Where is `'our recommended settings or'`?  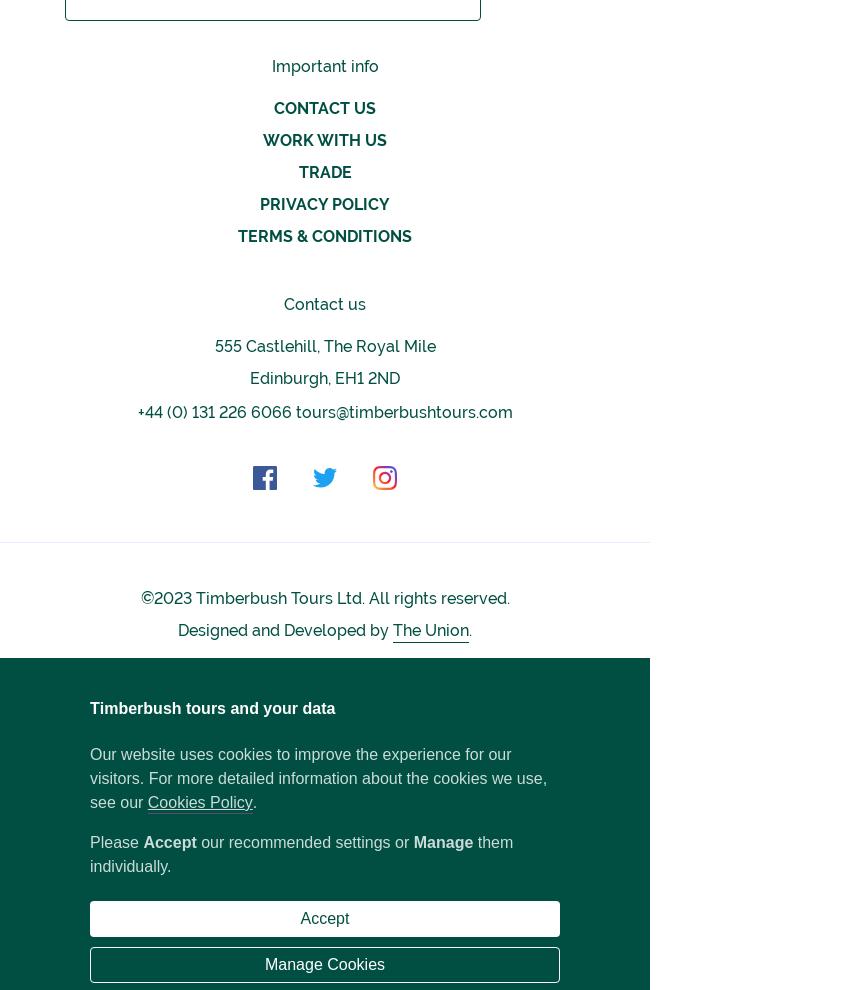 'our recommended settings or' is located at coordinates (304, 841).